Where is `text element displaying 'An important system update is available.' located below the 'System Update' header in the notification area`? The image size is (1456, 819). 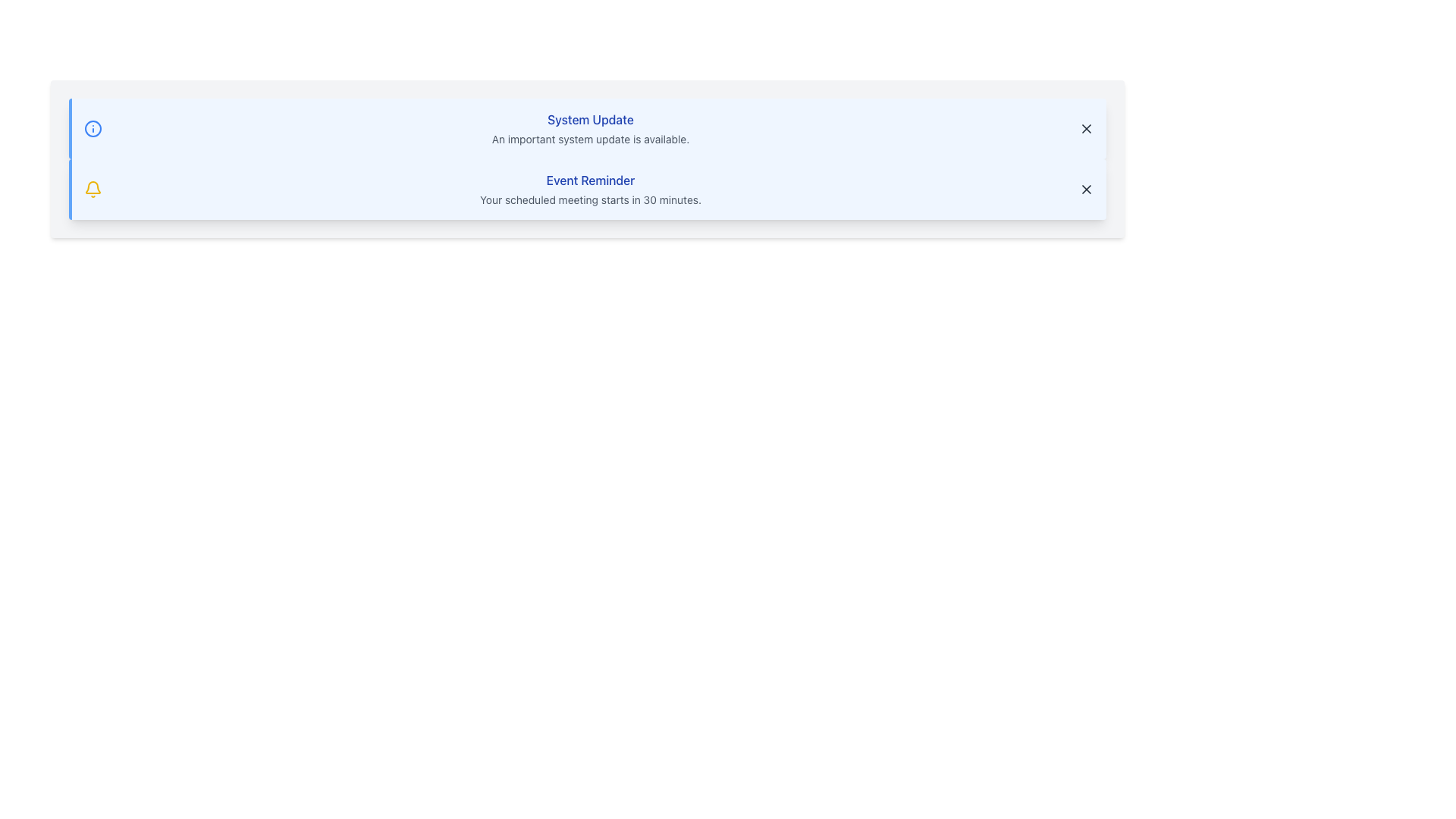 text element displaying 'An important system update is available.' located below the 'System Update' header in the notification area is located at coordinates (589, 140).